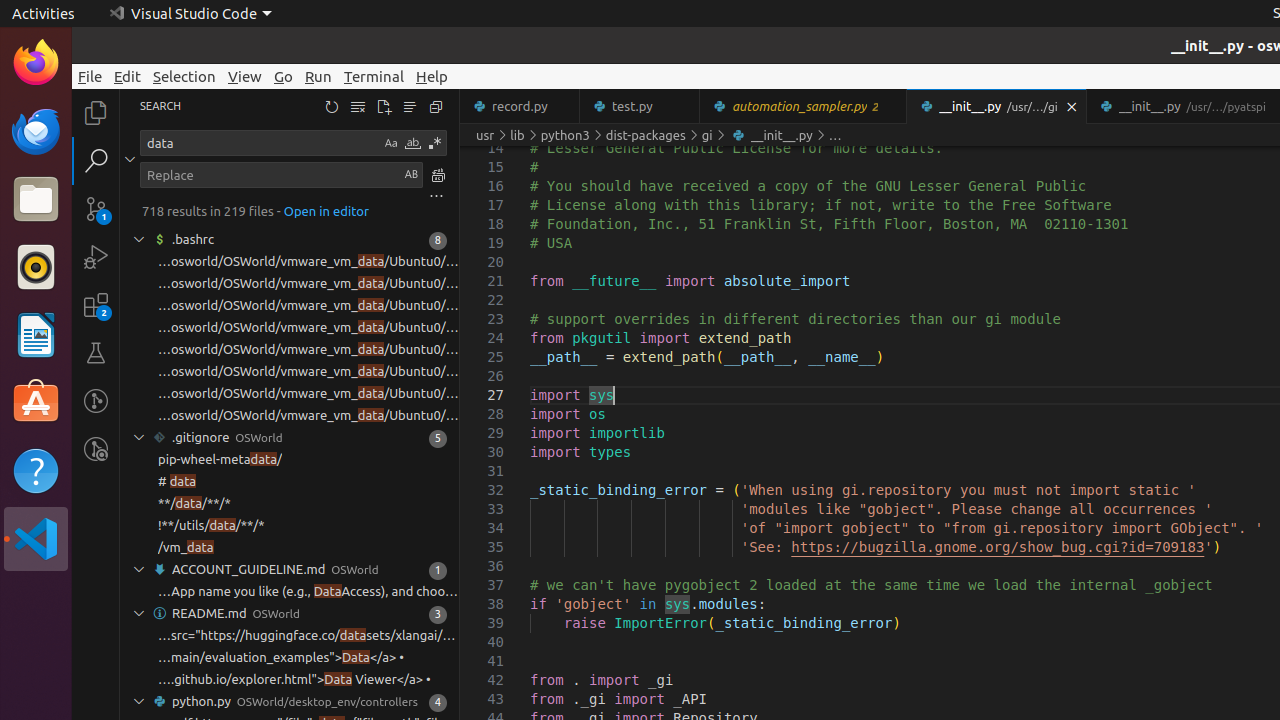 The height and width of the screenshot is (720, 1280). Describe the element at coordinates (307, 305) in the screenshot. I see `'…osworld/OSWorld/vmware_vm_data/Ubuntu0/Ubuntu0.vmx "/bin/bash" "$1 > /home/user/vm.log 2>&1" && vmrun -gu user -gp password copyFileFromGuestToHost /home/PJLAB/luyi1/osworld/OSWorld/vmware_vm_data/Ubuntu0/Ubuntu0.vmx /home/user/vm.log vm.log; }; _vm'` at that location.